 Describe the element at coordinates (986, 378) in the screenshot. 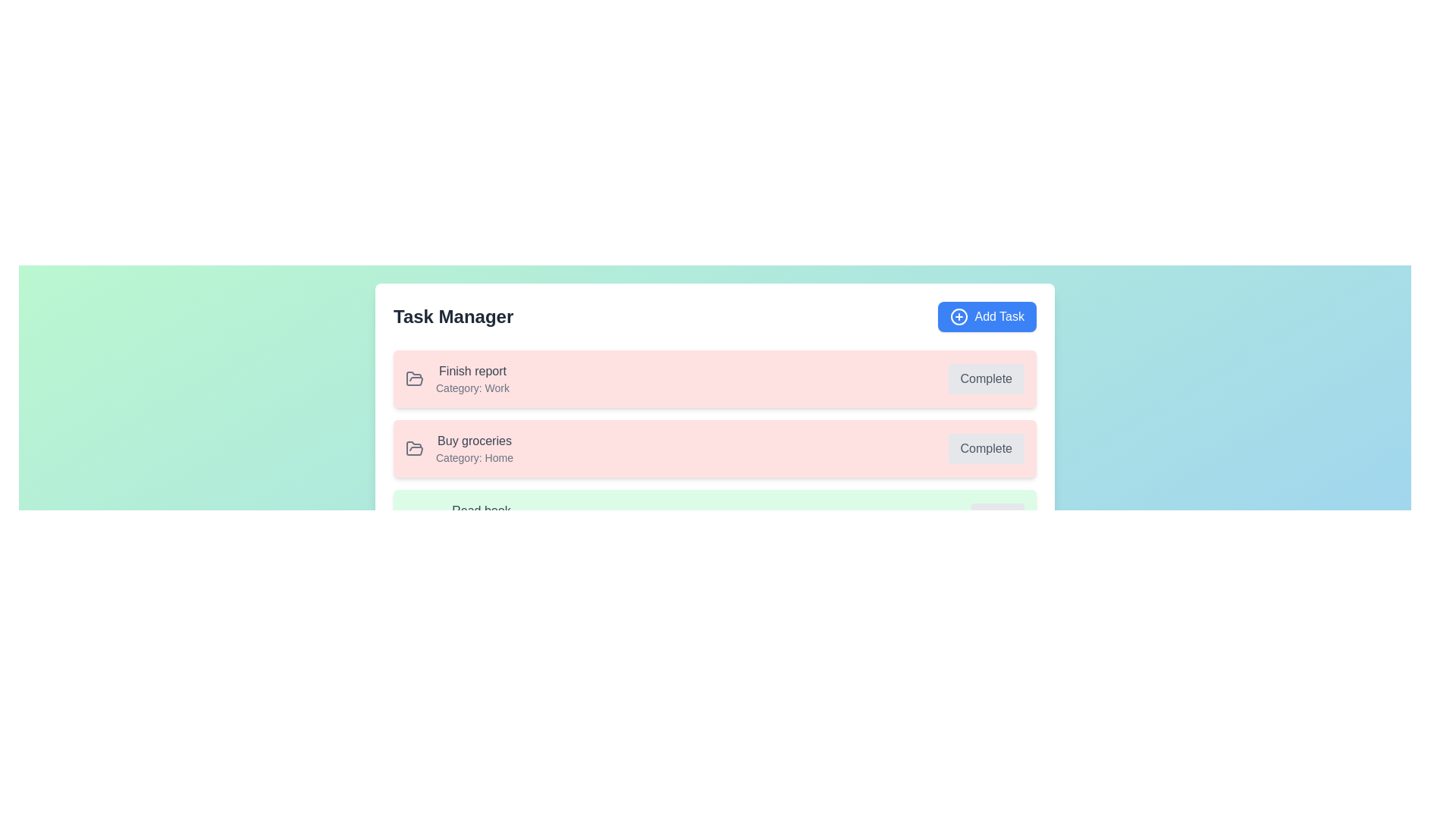

I see `the button that marks the 'Finish report' task as complete` at that location.